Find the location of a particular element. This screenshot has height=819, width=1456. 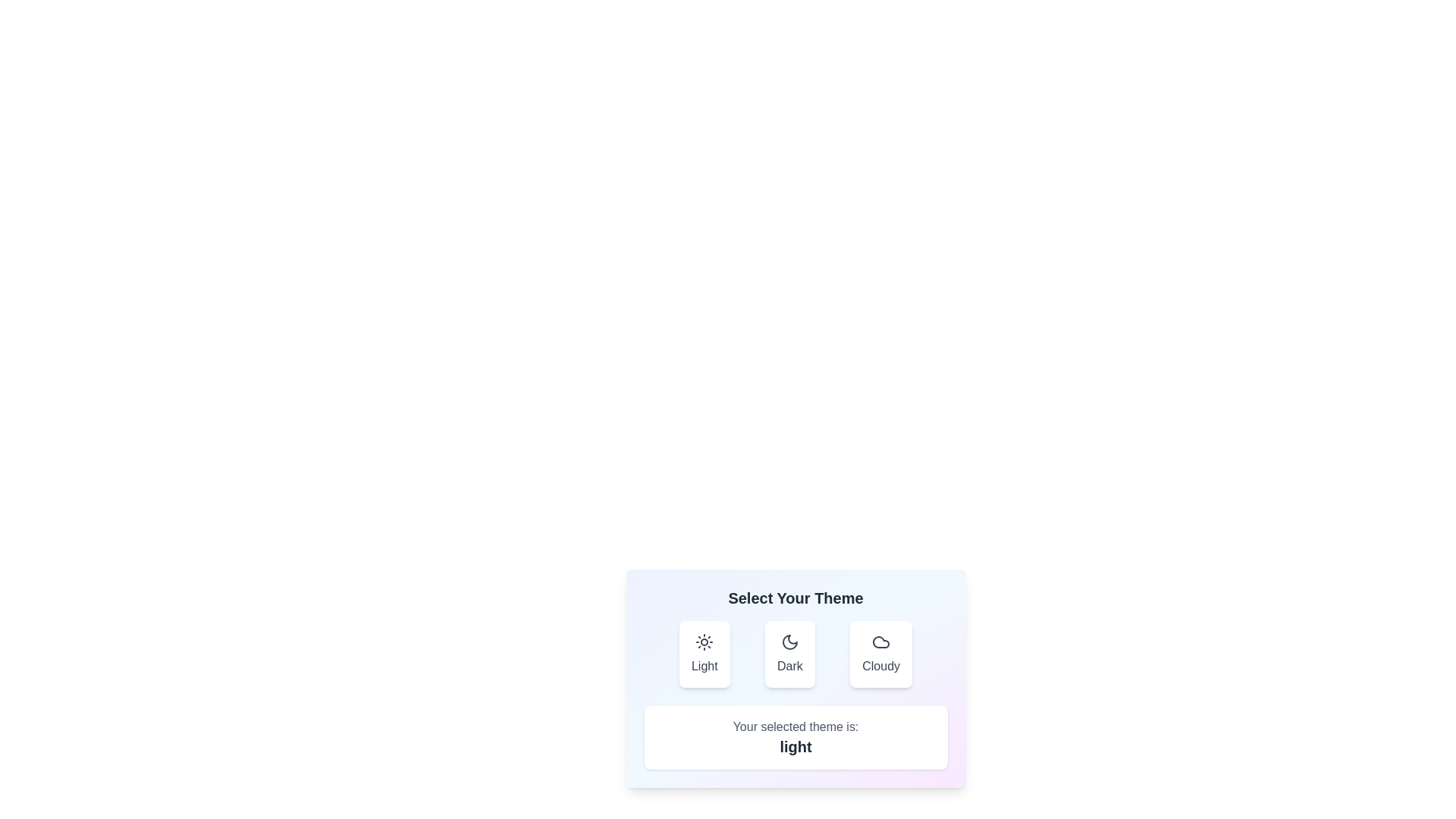

the first button in the theme selection dialog to choose the 'Light' theme is located at coordinates (704, 654).